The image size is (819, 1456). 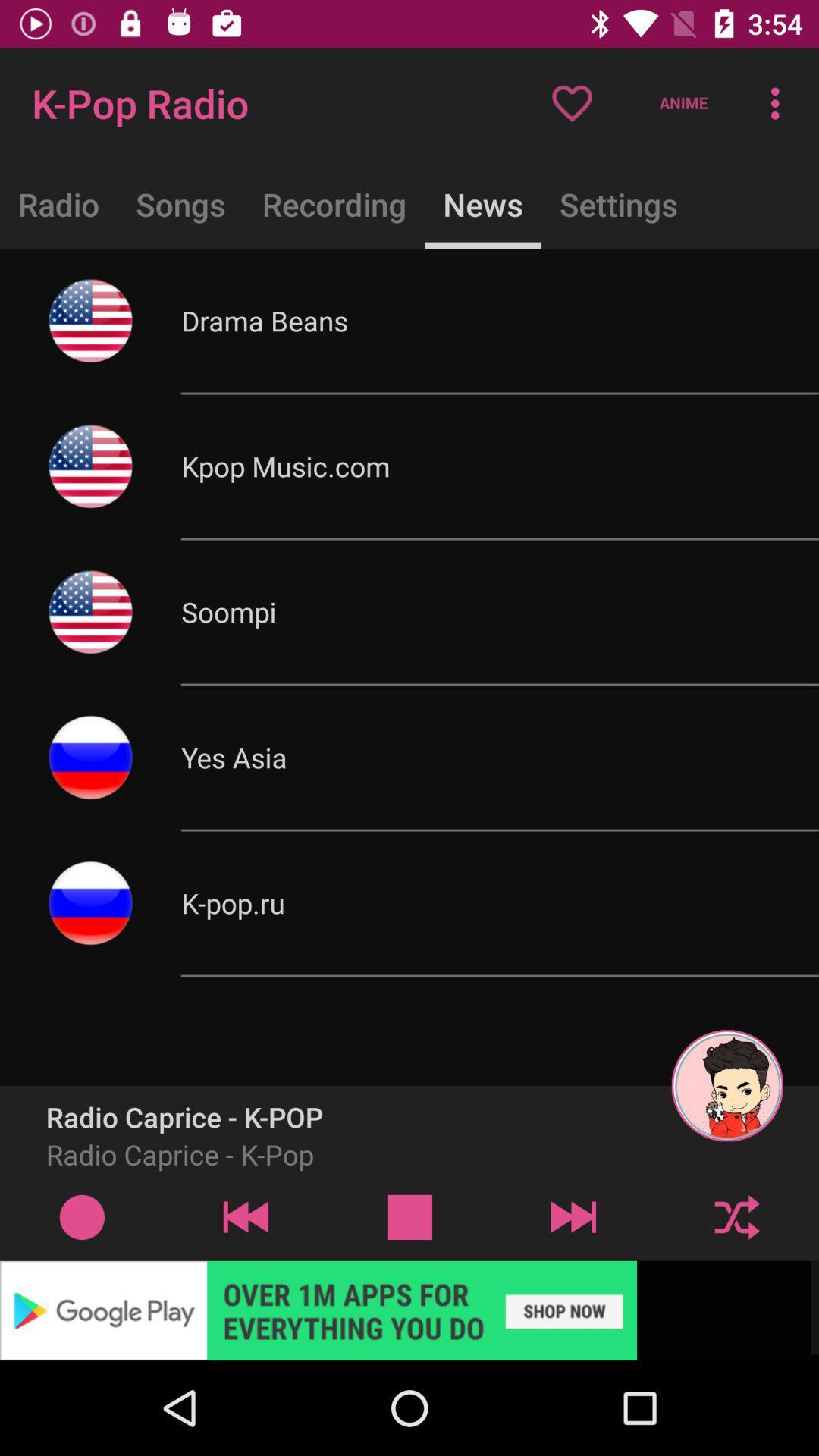 I want to click on the av_rewind icon, so click(x=245, y=1216).